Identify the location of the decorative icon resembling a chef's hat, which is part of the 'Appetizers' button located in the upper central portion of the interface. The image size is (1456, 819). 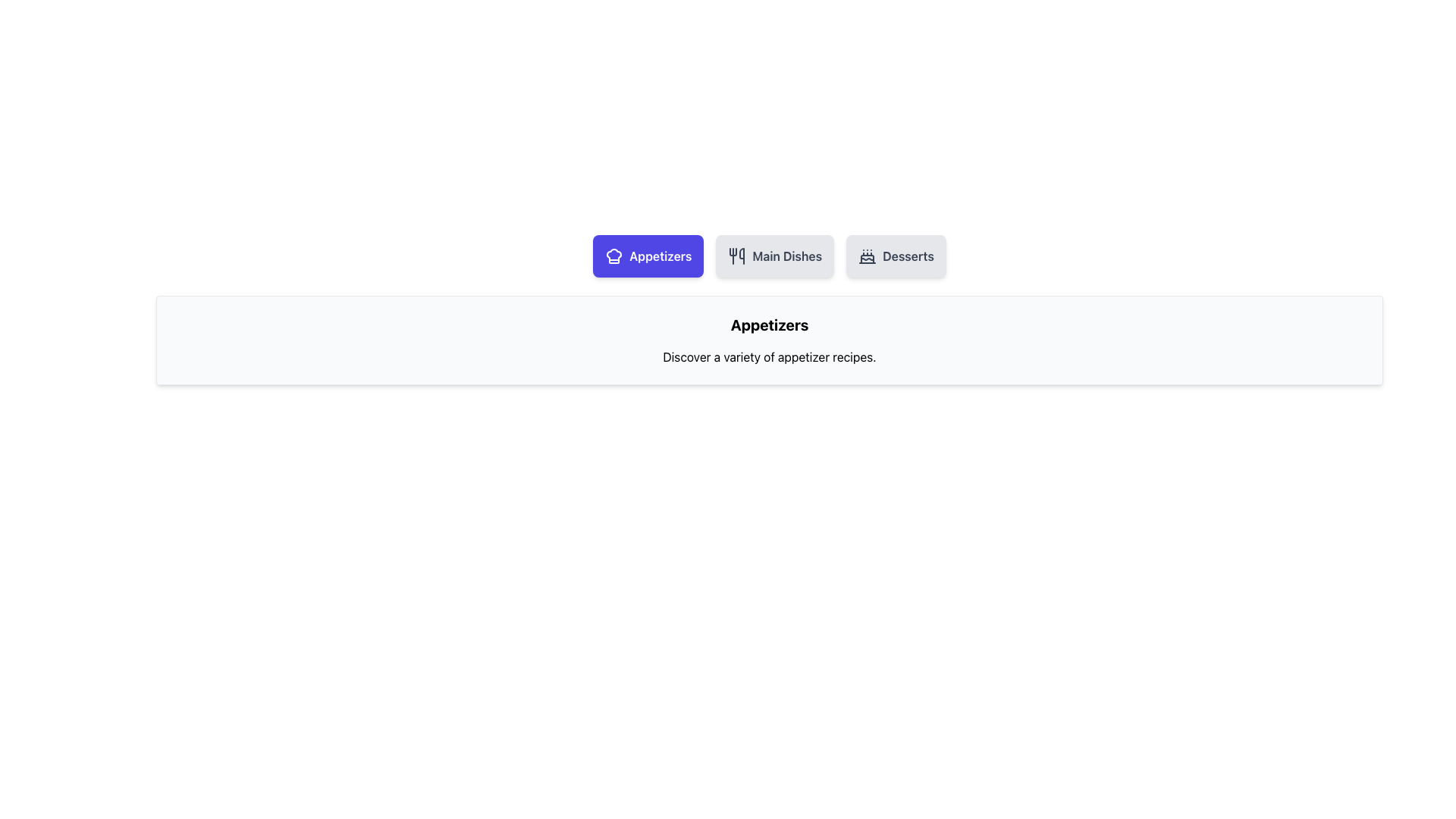
(614, 256).